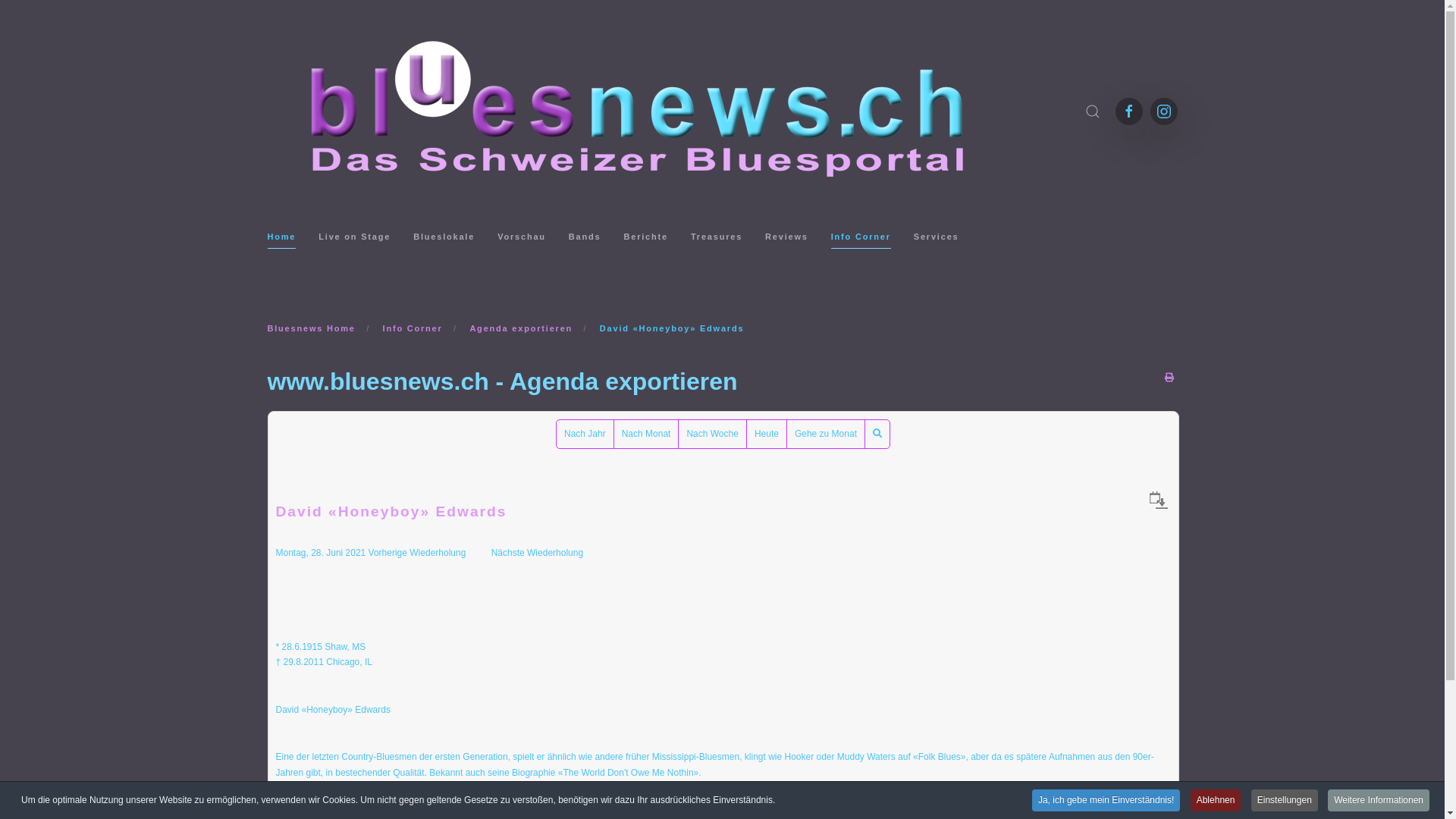  What do you see at coordinates (711, 434) in the screenshot?
I see `'Nach Woche'` at bounding box center [711, 434].